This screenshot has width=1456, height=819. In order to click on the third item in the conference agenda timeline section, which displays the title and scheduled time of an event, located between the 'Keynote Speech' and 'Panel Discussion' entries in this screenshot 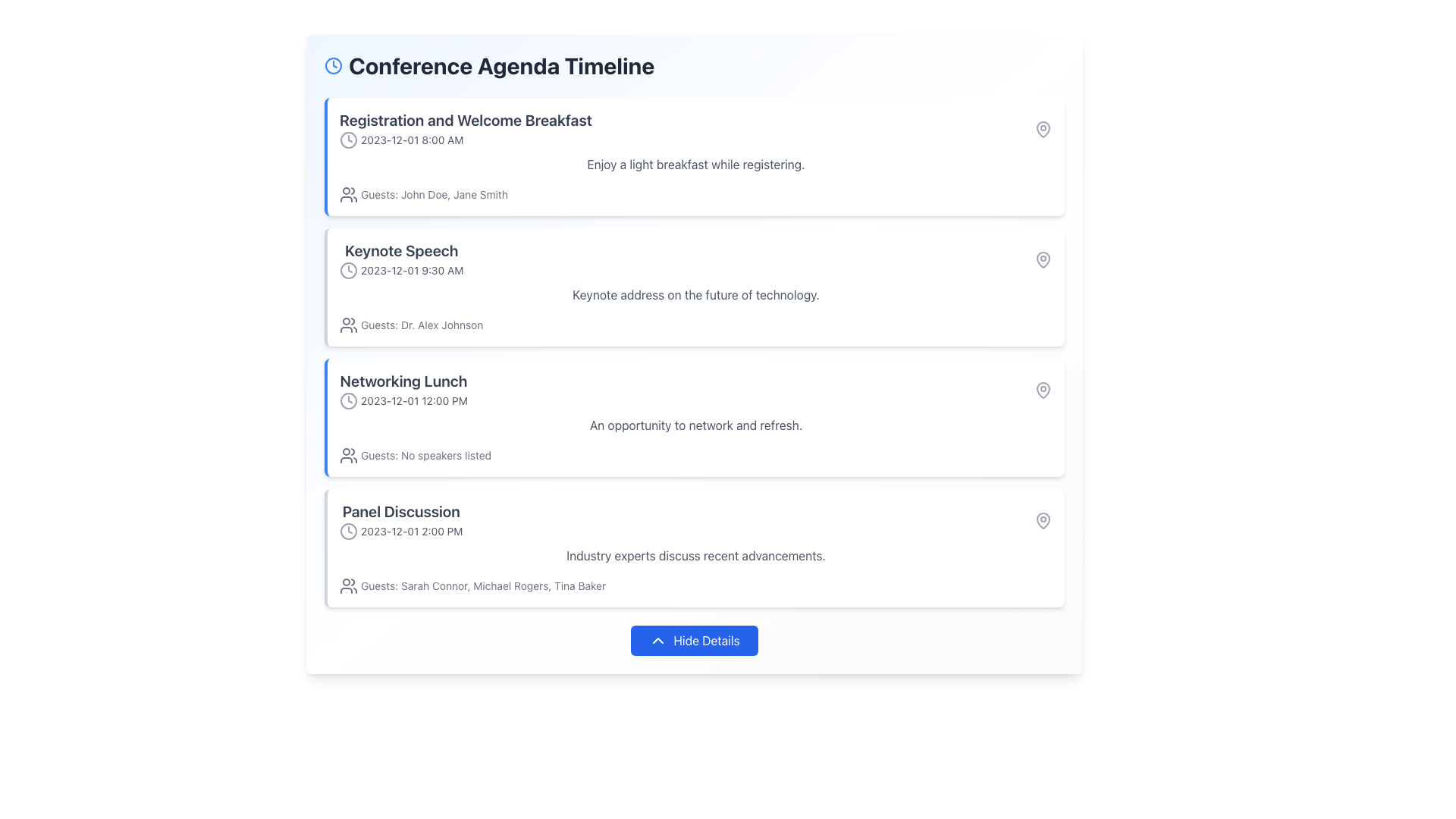, I will do `click(403, 390)`.